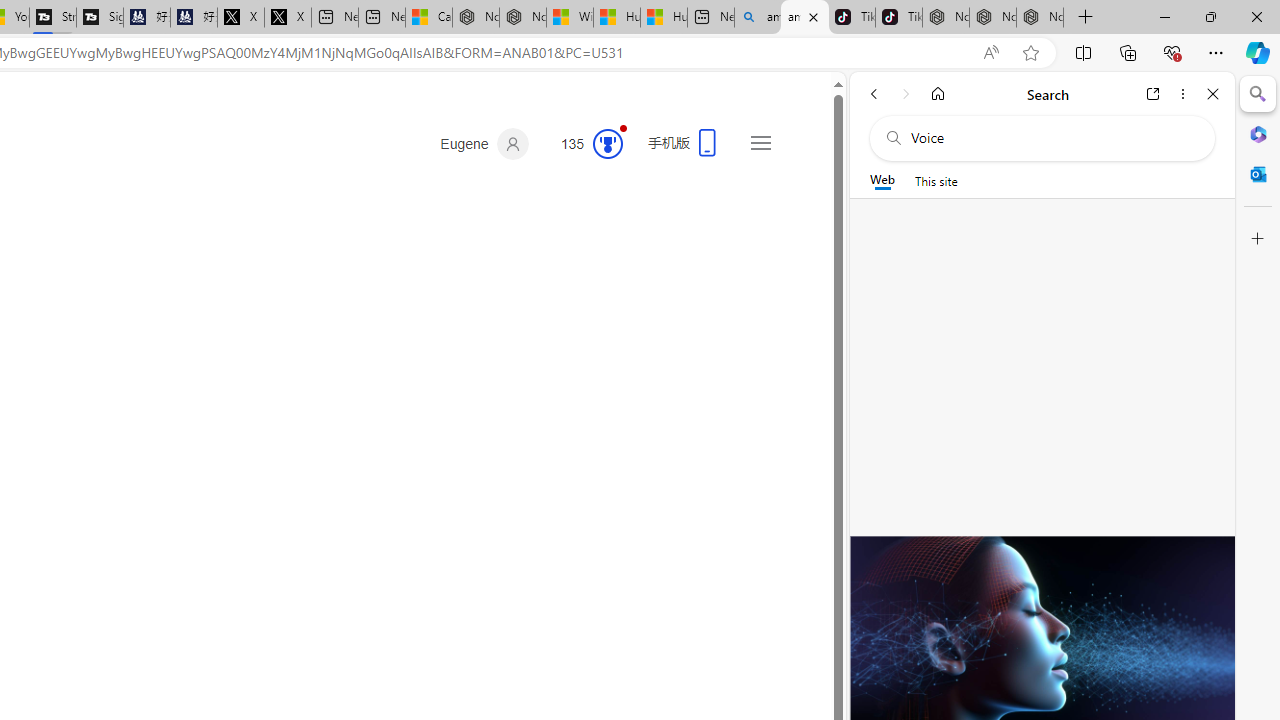 The width and height of the screenshot is (1280, 720). Describe the element at coordinates (1153, 93) in the screenshot. I see `'Open link in new tab'` at that location.